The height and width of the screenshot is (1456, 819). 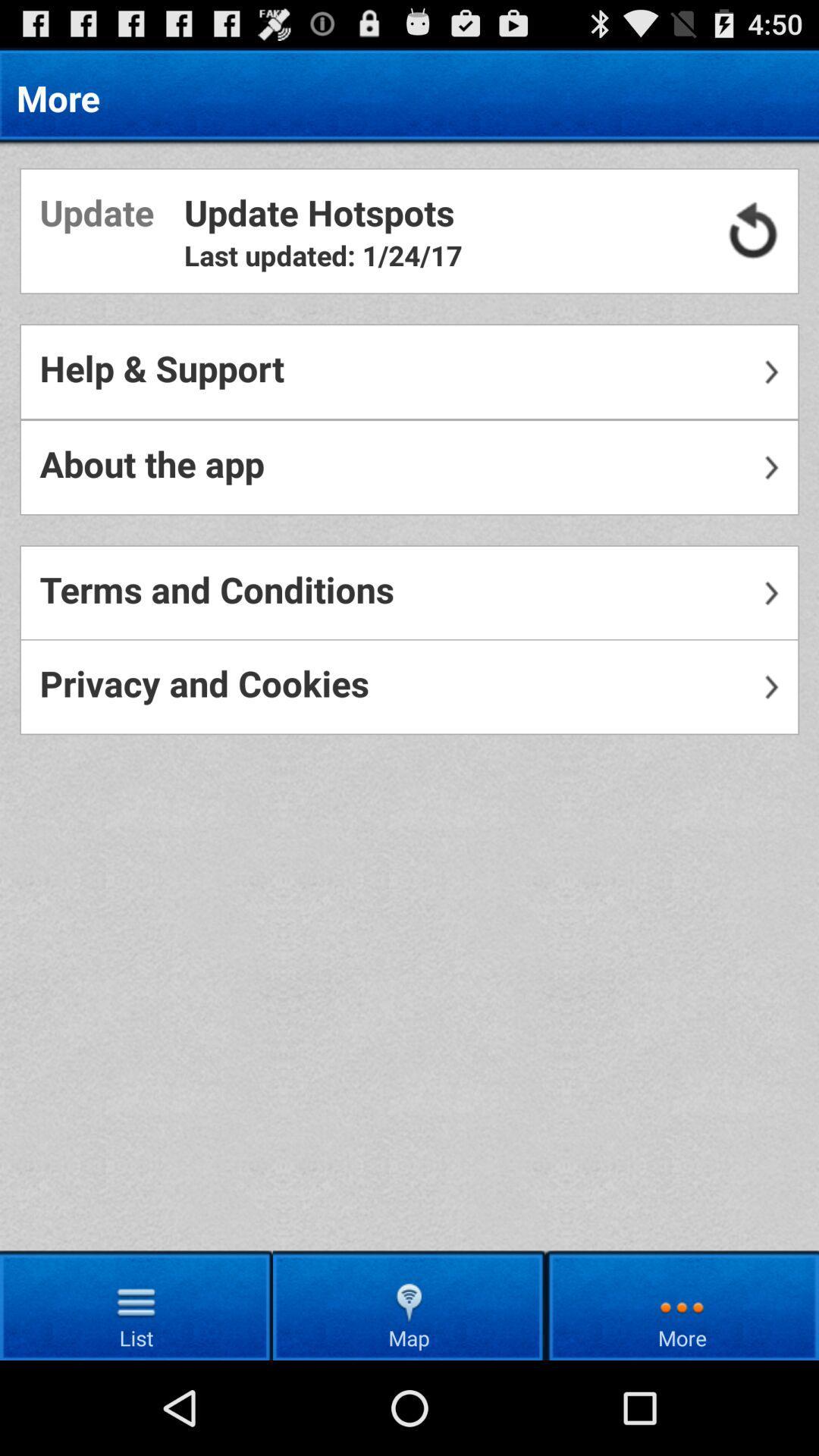 What do you see at coordinates (409, 592) in the screenshot?
I see `terms and conditions item` at bounding box center [409, 592].